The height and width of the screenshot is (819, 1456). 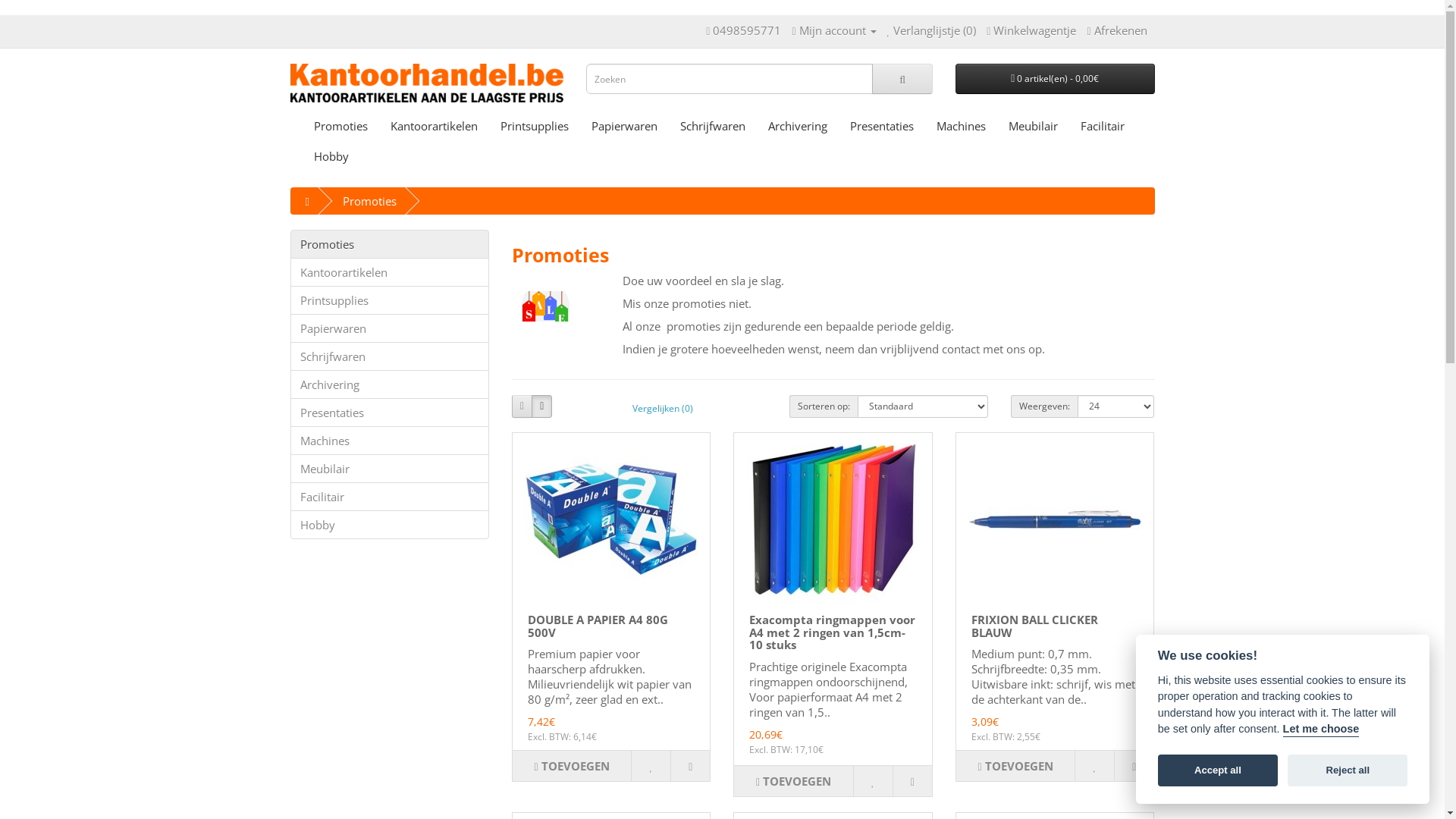 What do you see at coordinates (662, 406) in the screenshot?
I see `'Vergelijken (0)'` at bounding box center [662, 406].